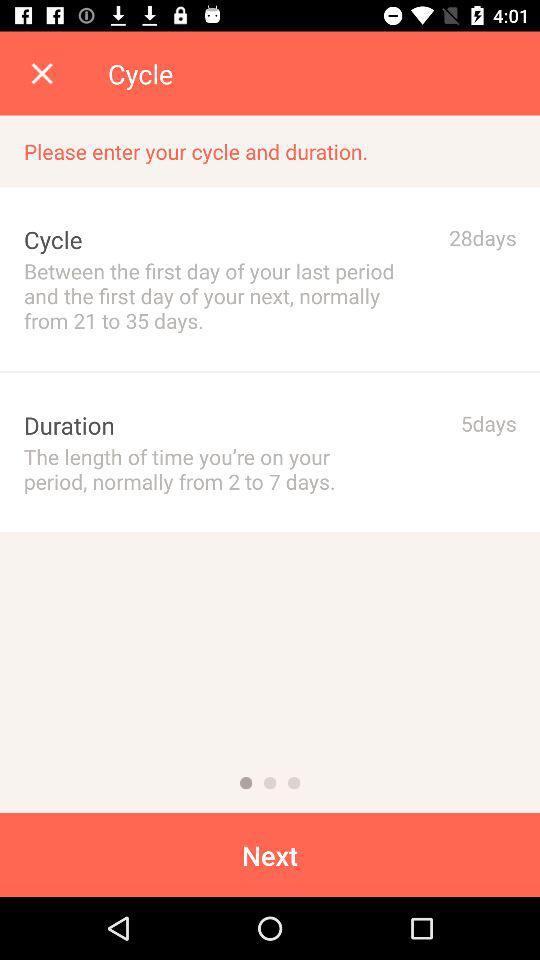  Describe the element at coordinates (42, 73) in the screenshot. I see `the close icon` at that location.